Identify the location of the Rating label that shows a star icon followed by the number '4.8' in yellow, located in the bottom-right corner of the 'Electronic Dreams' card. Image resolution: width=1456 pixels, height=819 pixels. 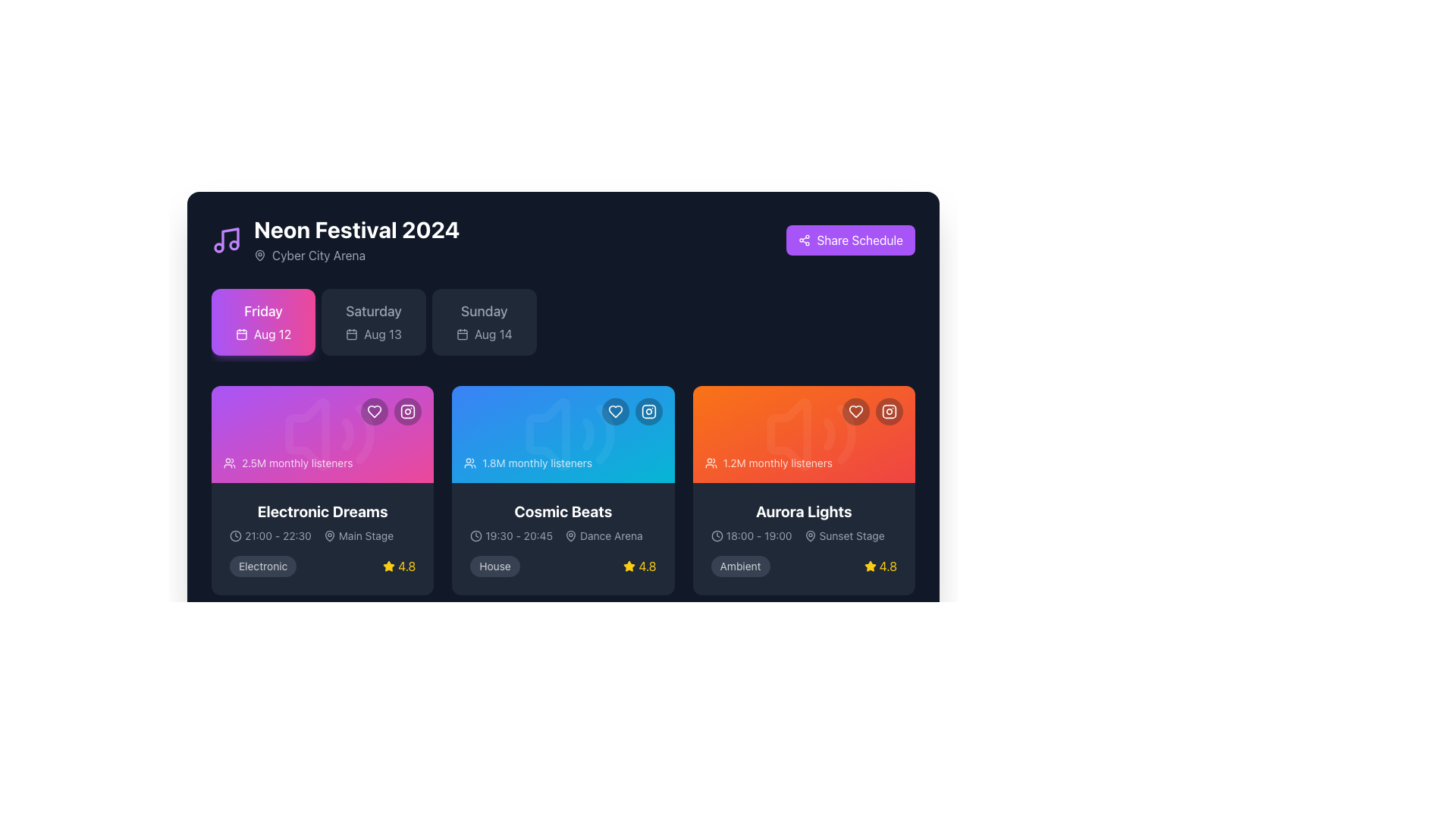
(399, 566).